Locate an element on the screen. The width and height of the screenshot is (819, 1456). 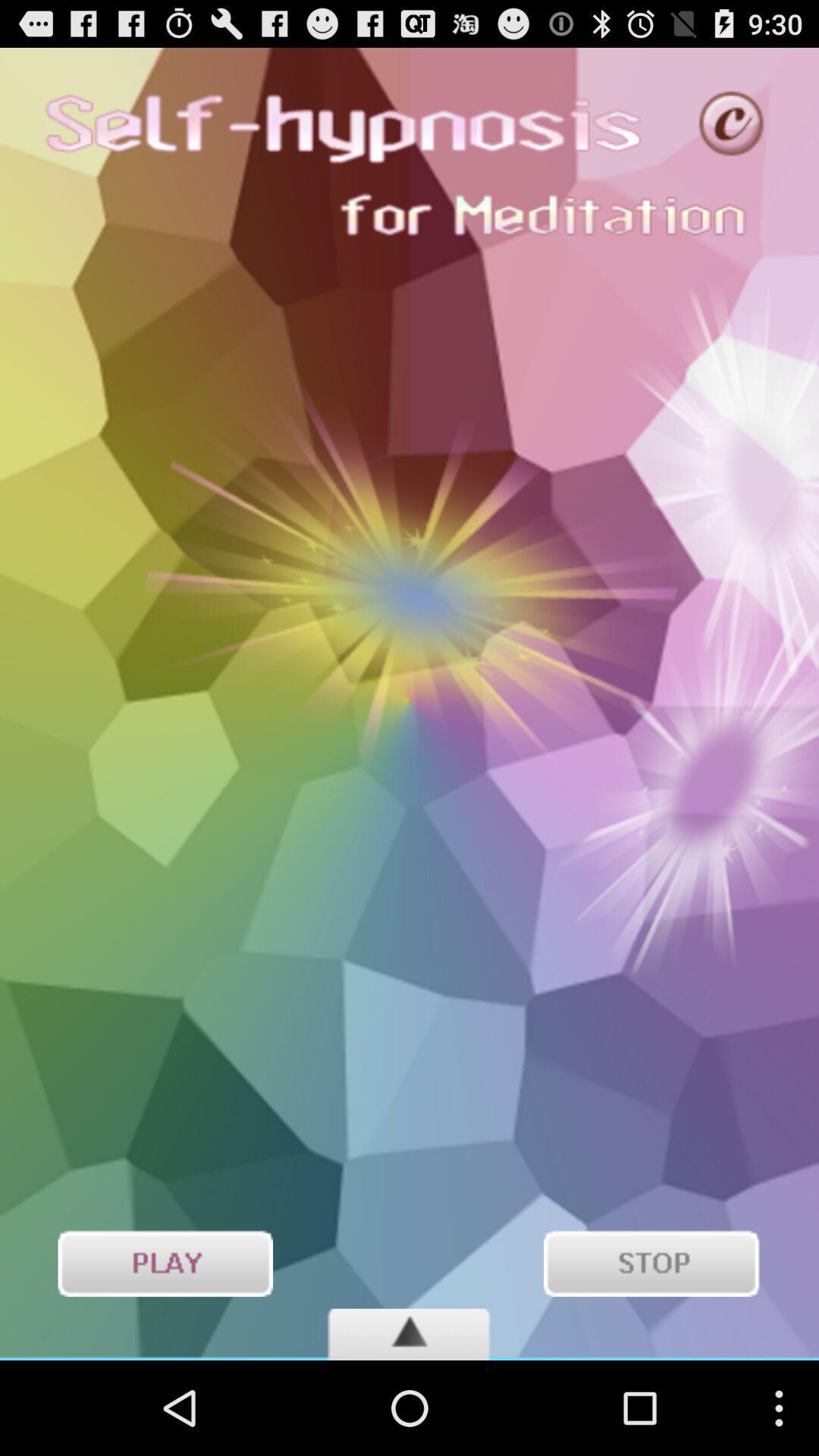
the refresh icon is located at coordinates (731, 130).